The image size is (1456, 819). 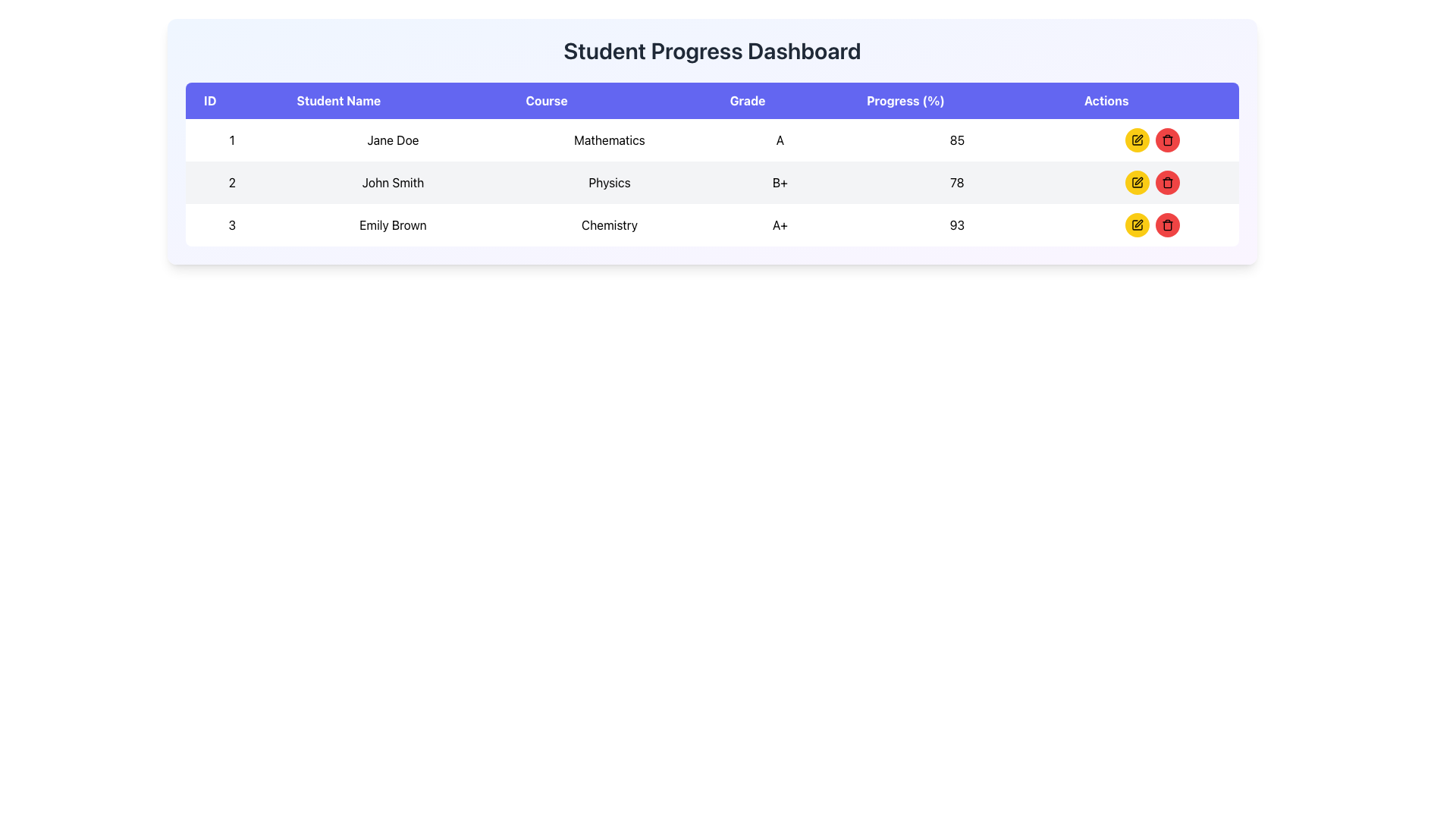 I want to click on the progress percentage text for Jane Doe, located in the fifth cell of the row under the header 'Progress (%)', so click(x=956, y=140).